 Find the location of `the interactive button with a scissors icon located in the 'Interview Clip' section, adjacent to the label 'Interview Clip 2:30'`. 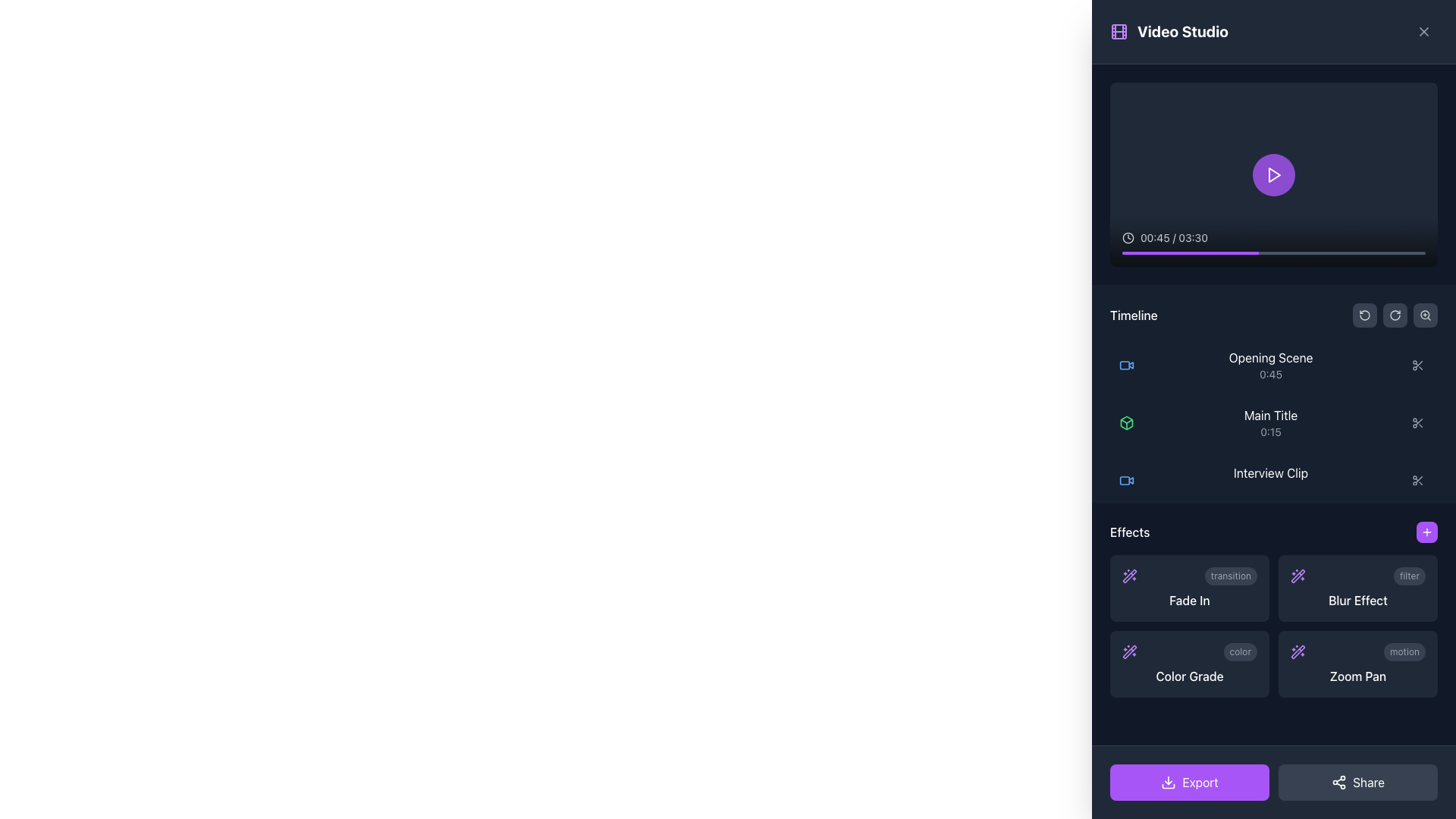

the interactive button with a scissors icon located in the 'Interview Clip' section, adjacent to the label 'Interview Clip 2:30' is located at coordinates (1417, 480).